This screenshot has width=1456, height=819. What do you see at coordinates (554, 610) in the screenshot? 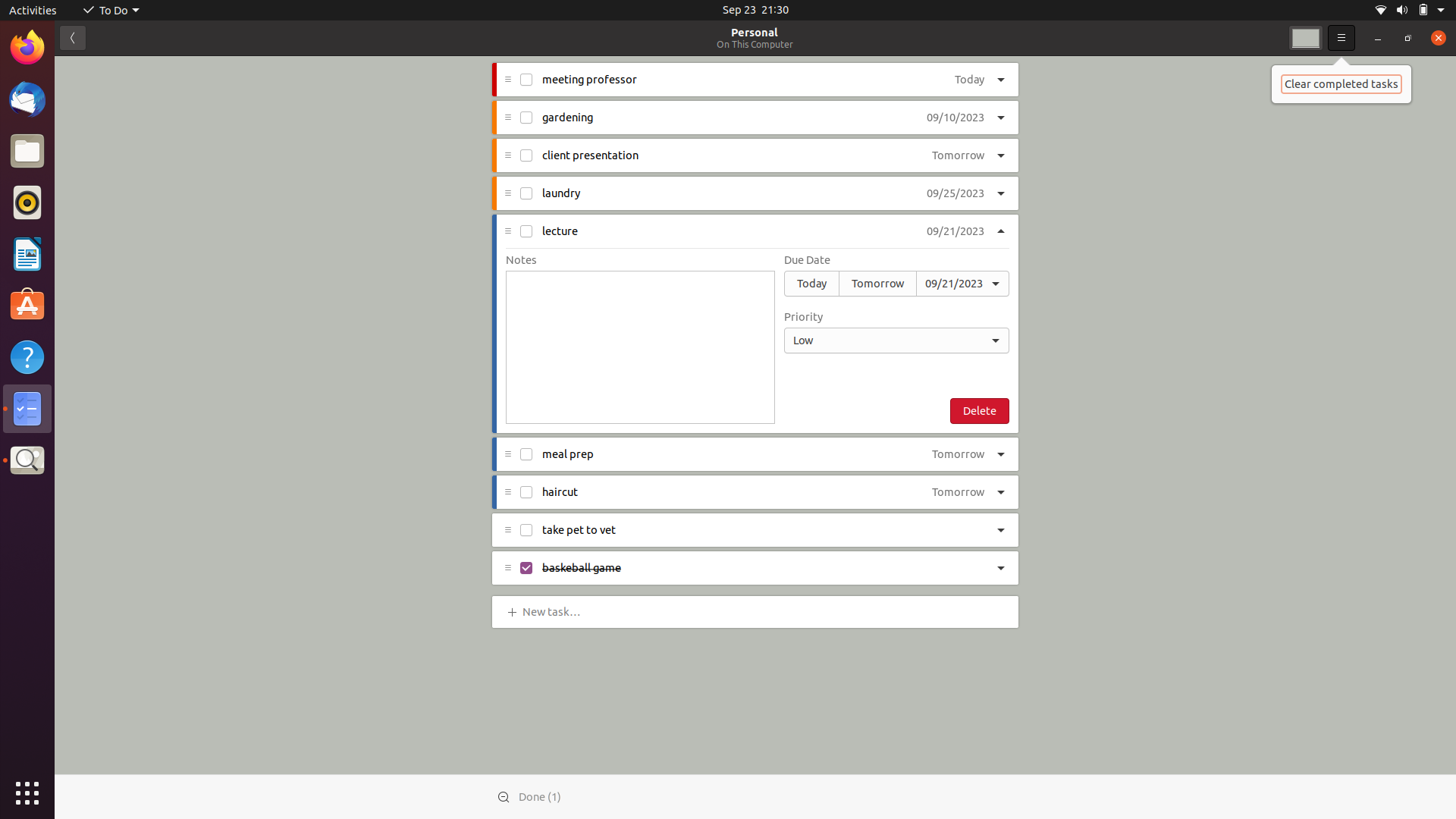
I see `Add "sports" task` at bounding box center [554, 610].